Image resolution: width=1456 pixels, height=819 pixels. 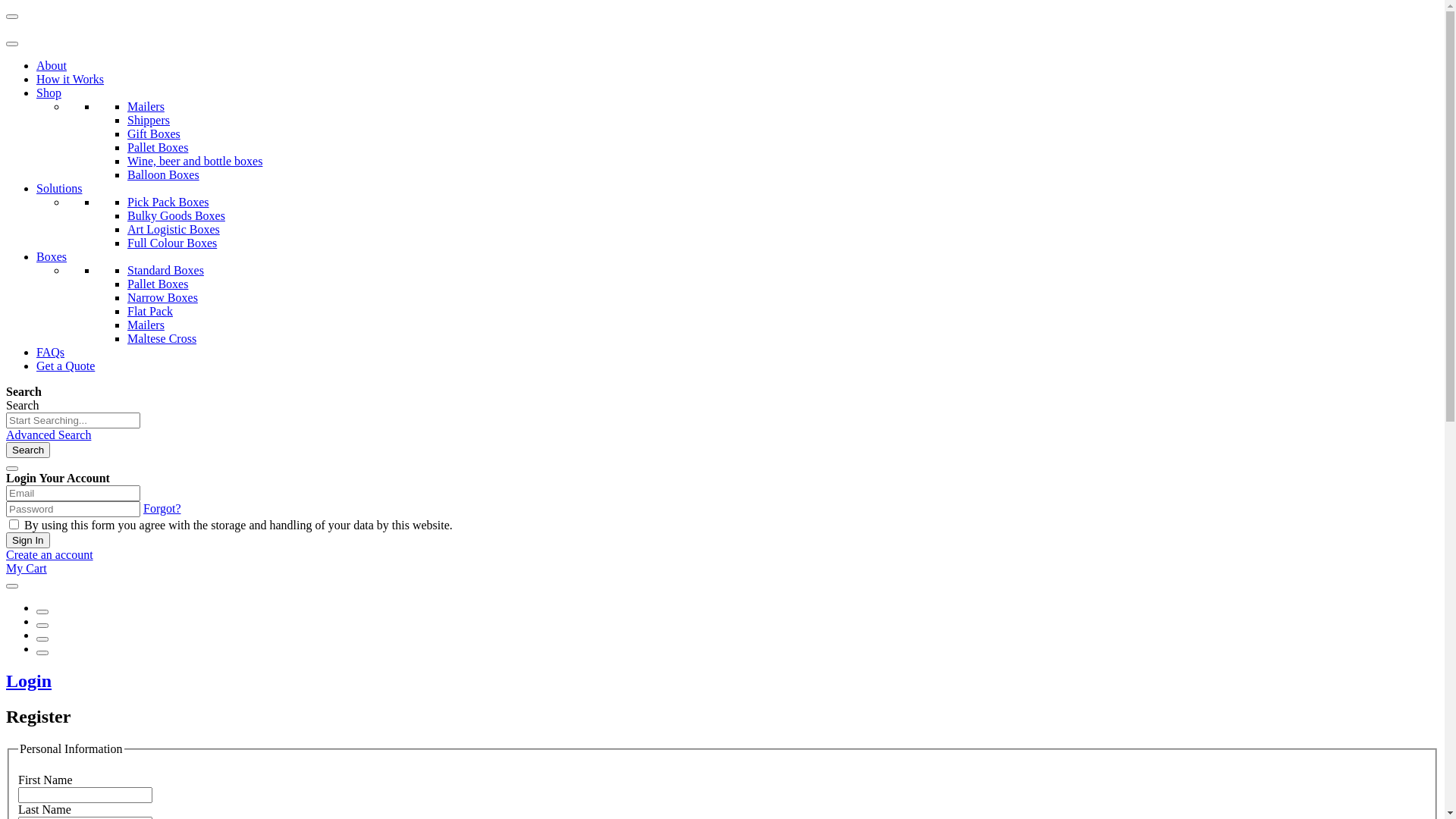 What do you see at coordinates (194, 161) in the screenshot?
I see `'Wine, beer and bottle boxes'` at bounding box center [194, 161].